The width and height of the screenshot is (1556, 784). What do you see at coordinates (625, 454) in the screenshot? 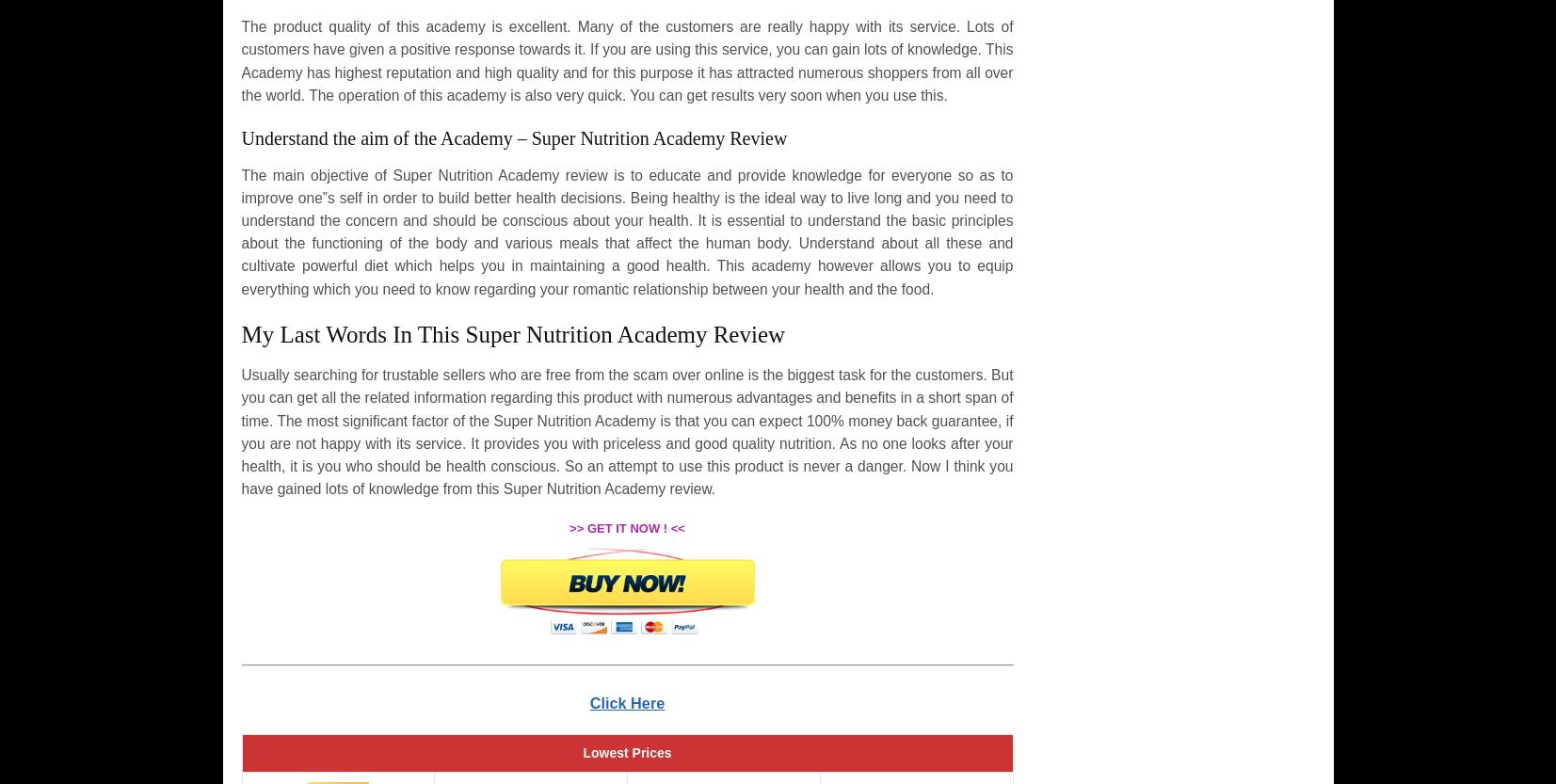
I see `'is that you can expect 100% money back guarantee, if you are not happy with its service. It provides you with priceless and good quality nutrition. As no one looks after your health, it is you who should be health conscious. So an attempt to use this product is never a danger. Now I think you have gained lots of knowledge from this'` at bounding box center [625, 454].